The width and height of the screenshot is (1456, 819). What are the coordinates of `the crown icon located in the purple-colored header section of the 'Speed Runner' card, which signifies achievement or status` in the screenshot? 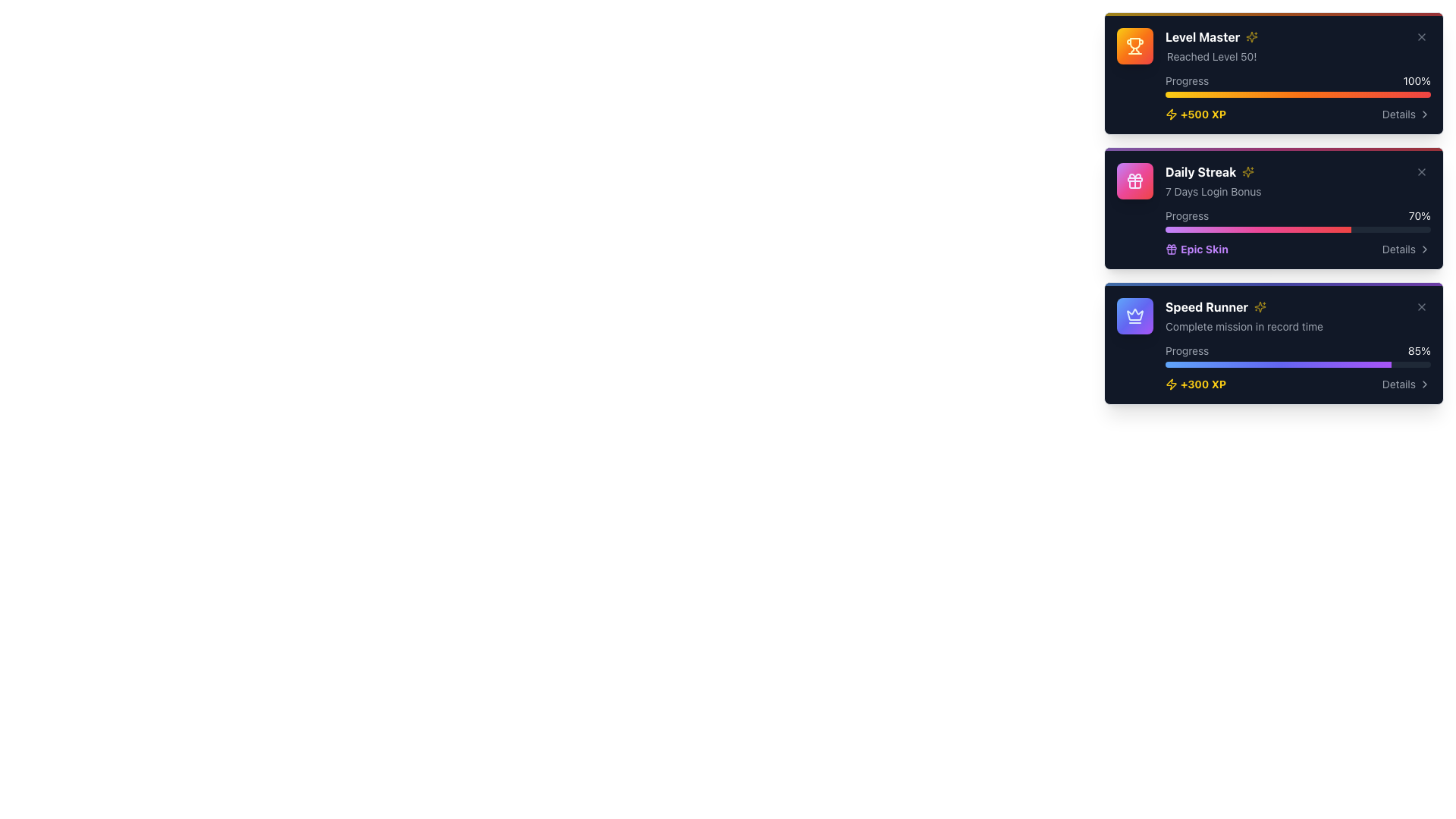 It's located at (1135, 314).